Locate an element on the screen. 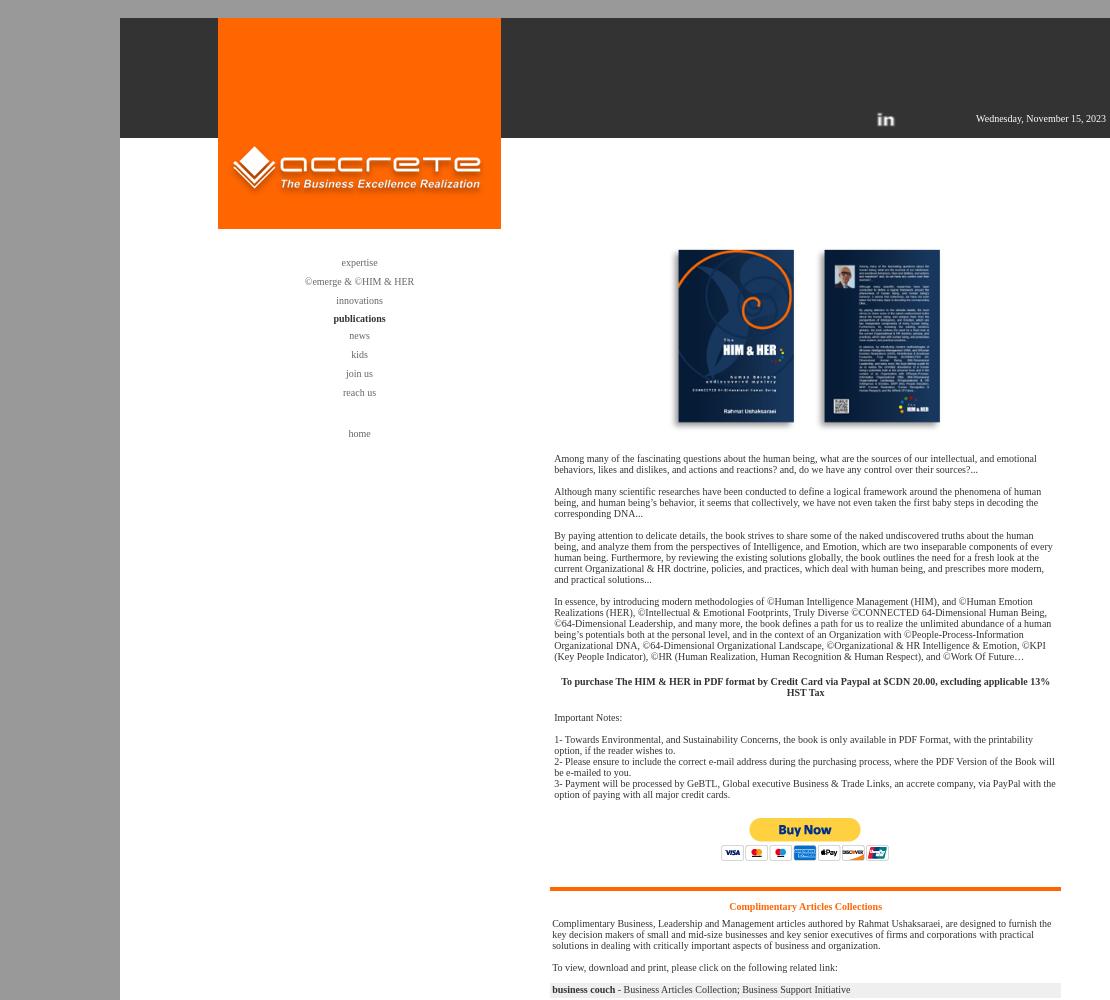 The height and width of the screenshot is (1000, 1110). '2- Please ensure to include the correct e-mail address during the
purchasing process, where the PDF Version of the Book will be e-mailed
to you.' is located at coordinates (803, 767).